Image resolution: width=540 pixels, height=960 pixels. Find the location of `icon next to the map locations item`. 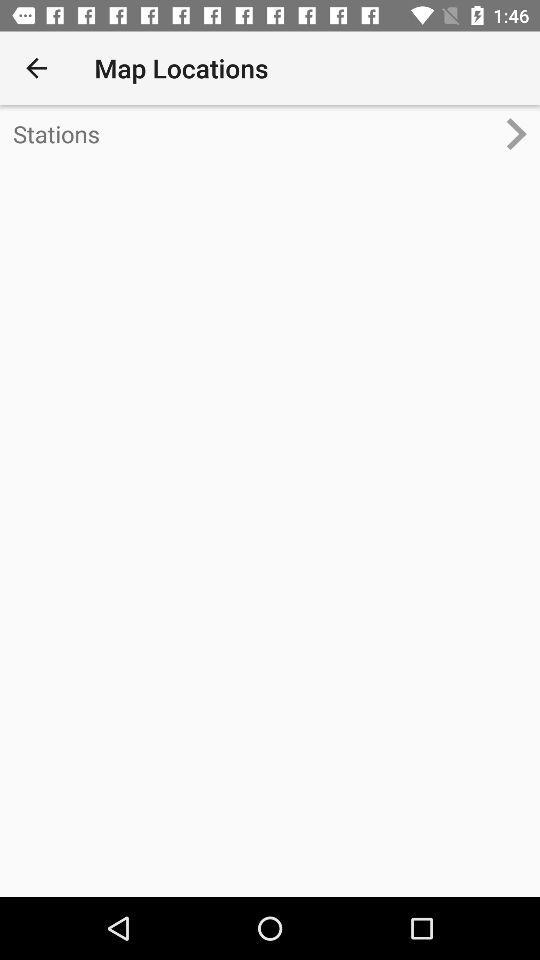

icon next to the map locations item is located at coordinates (36, 68).